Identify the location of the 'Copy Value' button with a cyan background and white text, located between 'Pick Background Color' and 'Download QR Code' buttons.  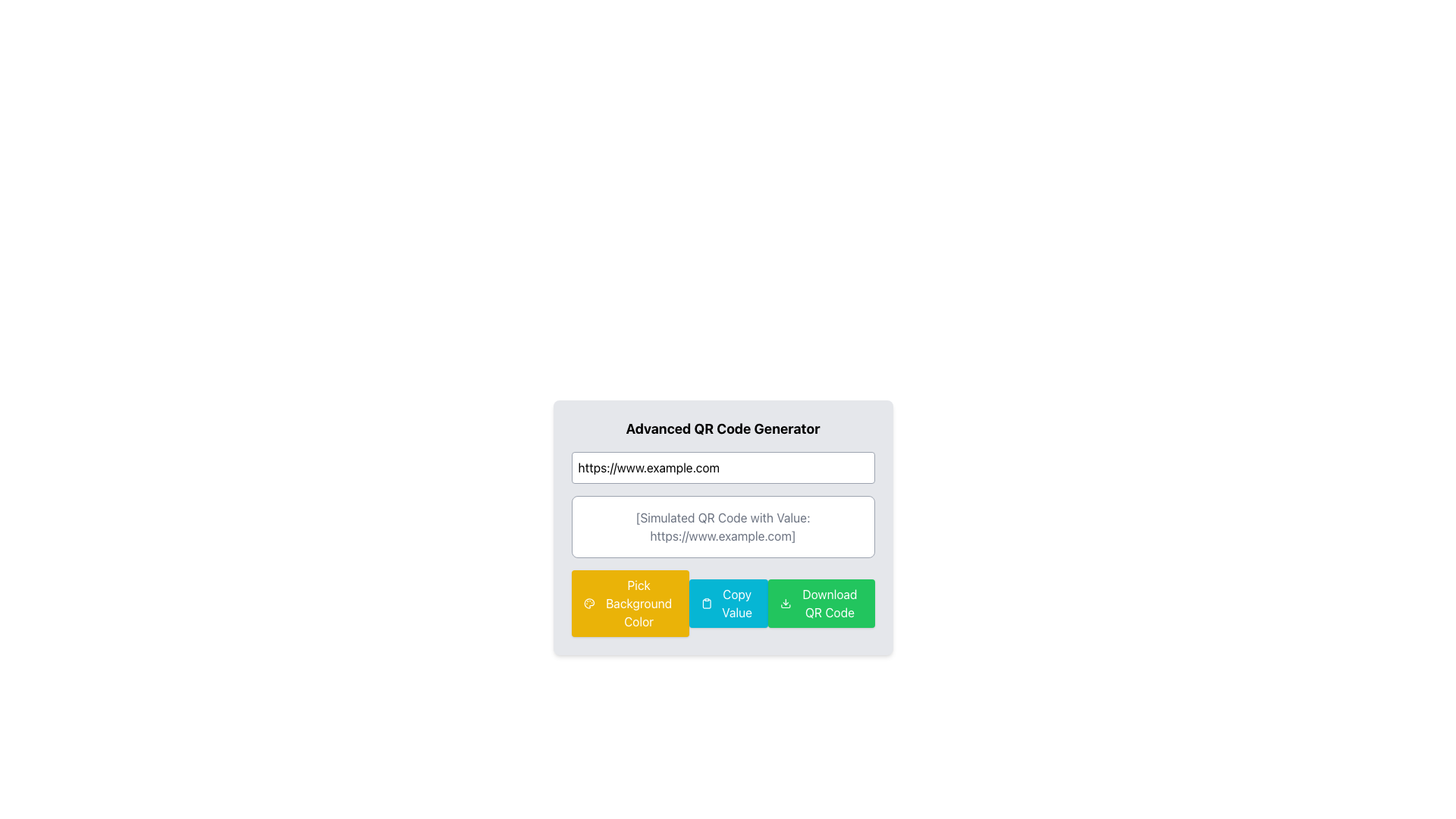
(728, 602).